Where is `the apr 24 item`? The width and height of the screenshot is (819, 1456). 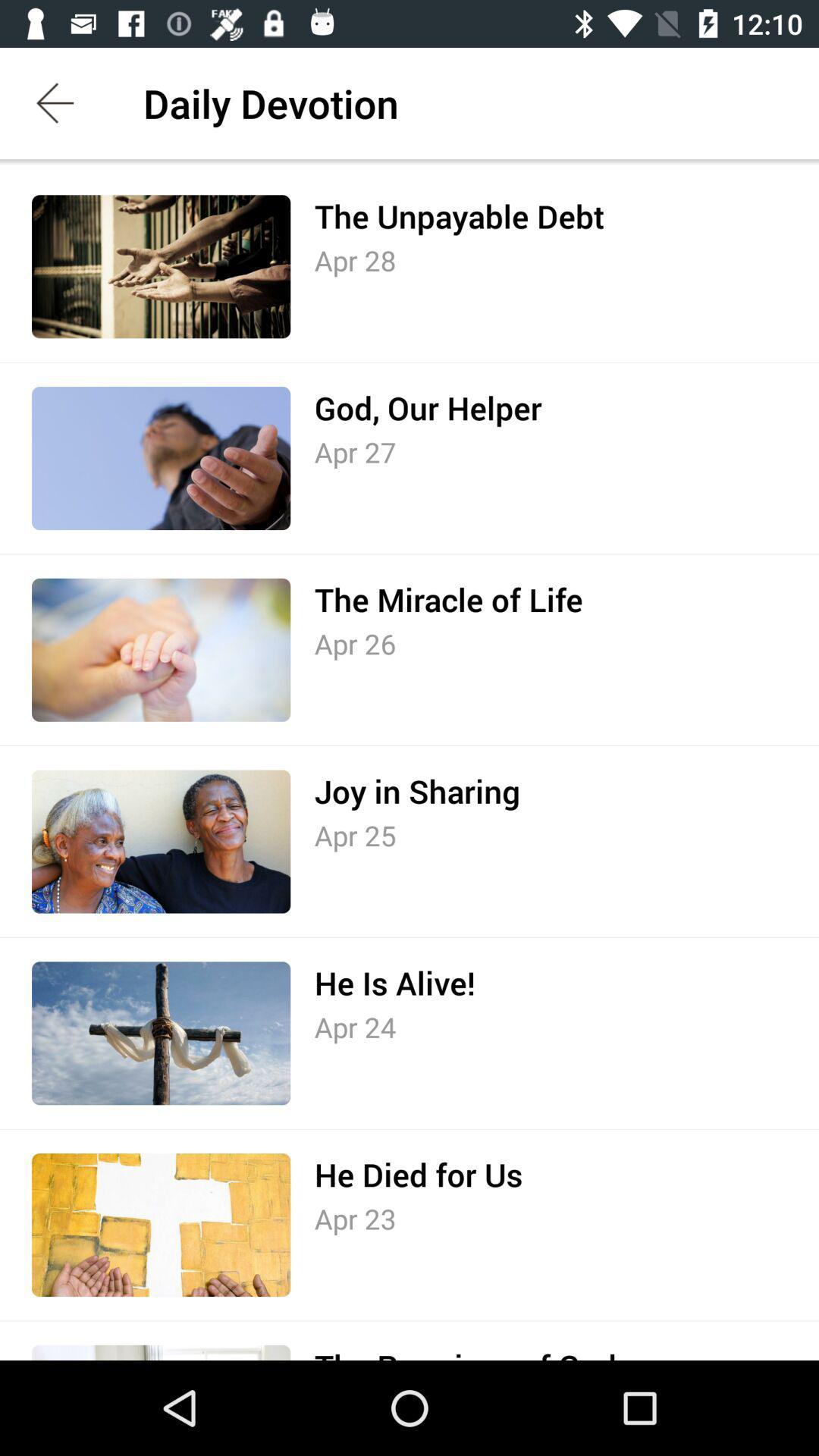
the apr 24 item is located at coordinates (355, 1027).